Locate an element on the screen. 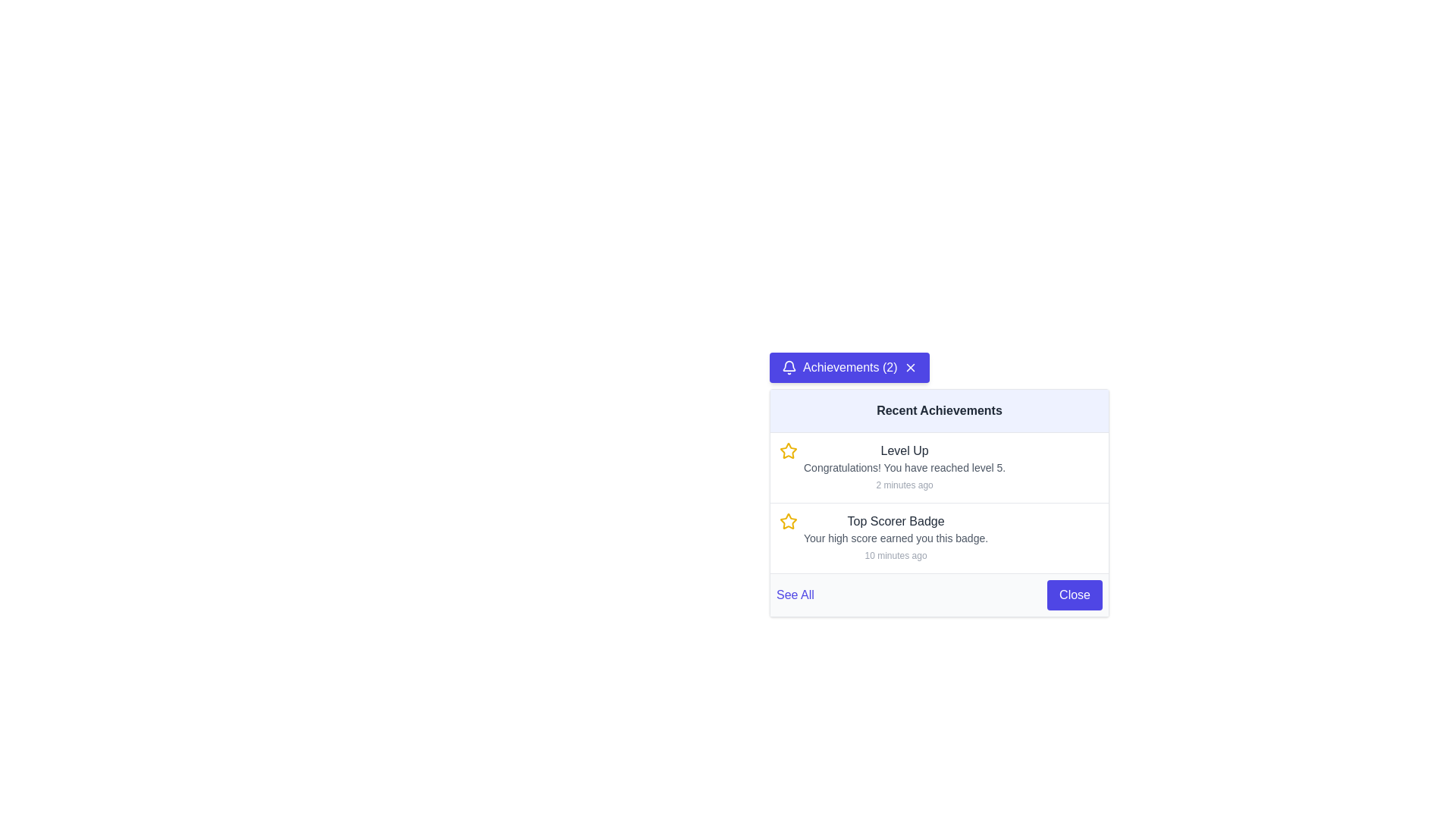 The width and height of the screenshot is (1456, 819). the description text of the 'Top Scorer Badge' in the achievements list, which is positioned between the title and the timestamp in the 'Recent Achievements' modal dialog is located at coordinates (896, 537).